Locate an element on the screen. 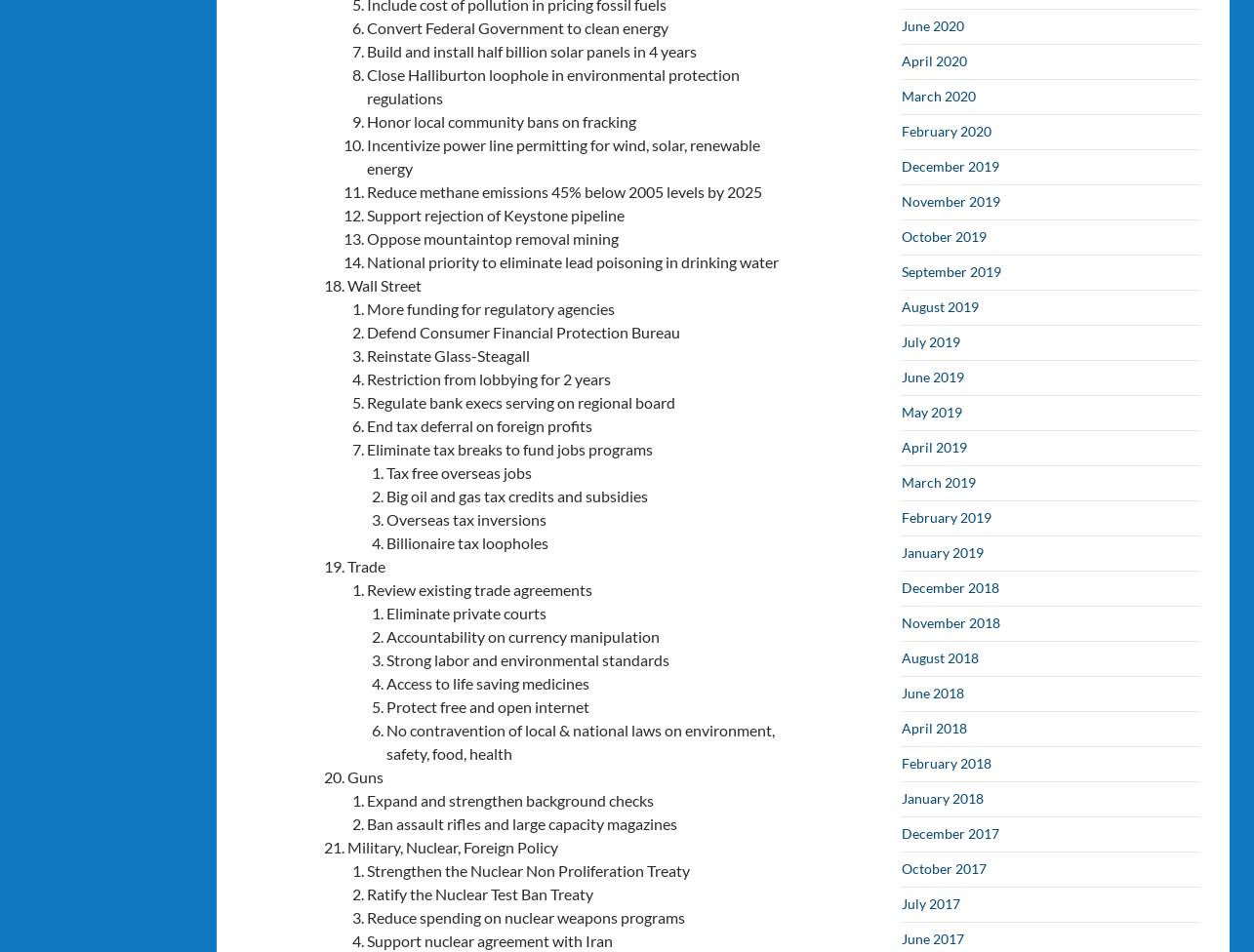 This screenshot has width=1254, height=952. 'Big oil and gas tax credits and subsidies' is located at coordinates (517, 495).